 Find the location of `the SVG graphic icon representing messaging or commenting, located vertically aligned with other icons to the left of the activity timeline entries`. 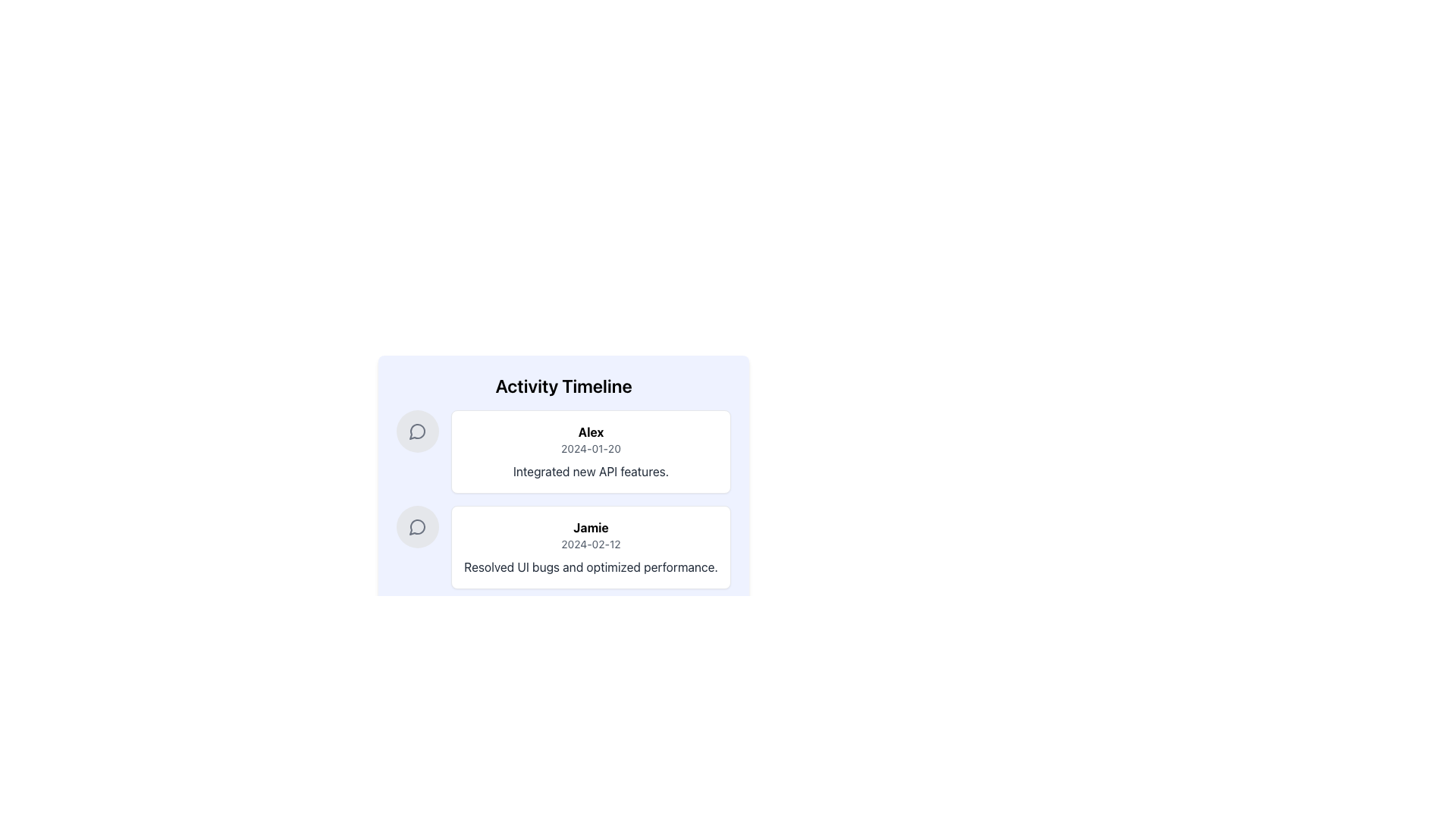

the SVG graphic icon representing messaging or commenting, located vertically aligned with other icons to the left of the activity timeline entries is located at coordinates (417, 526).